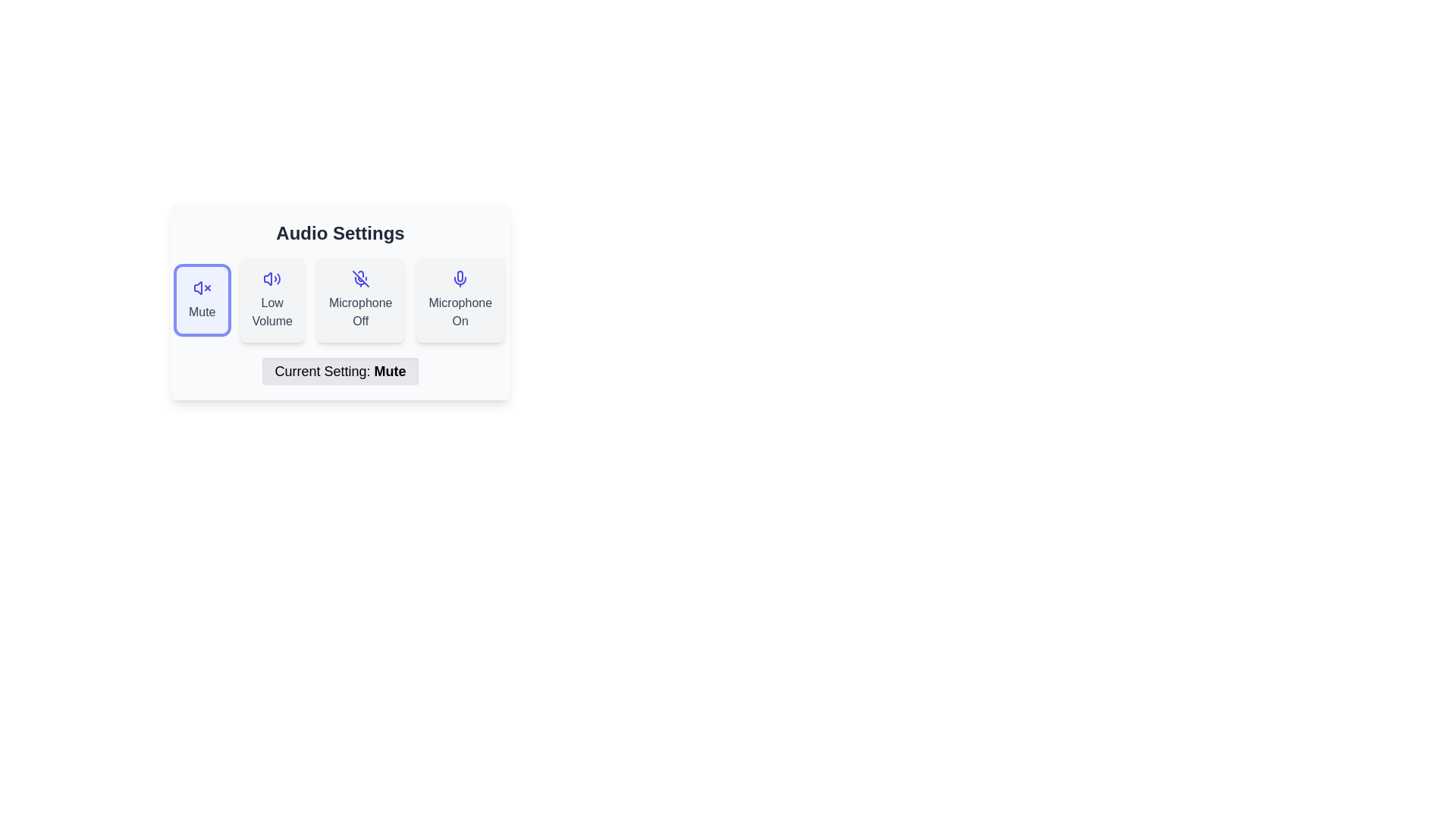  What do you see at coordinates (340, 371) in the screenshot?
I see `the Label indicating that the mute option is active, which is located in the 'Audio Settings' section of the application interface` at bounding box center [340, 371].